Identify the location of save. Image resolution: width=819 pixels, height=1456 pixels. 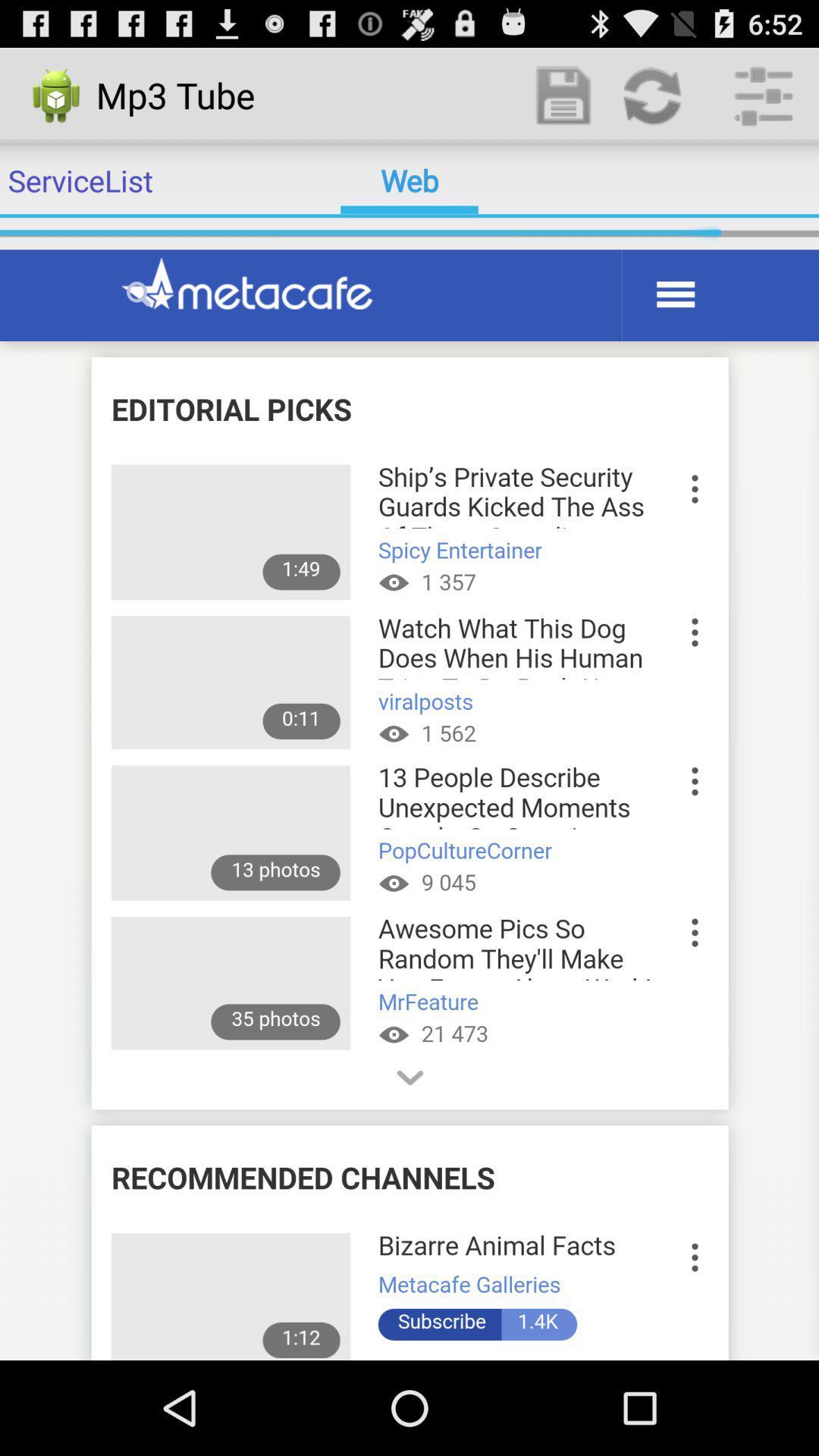
(564, 94).